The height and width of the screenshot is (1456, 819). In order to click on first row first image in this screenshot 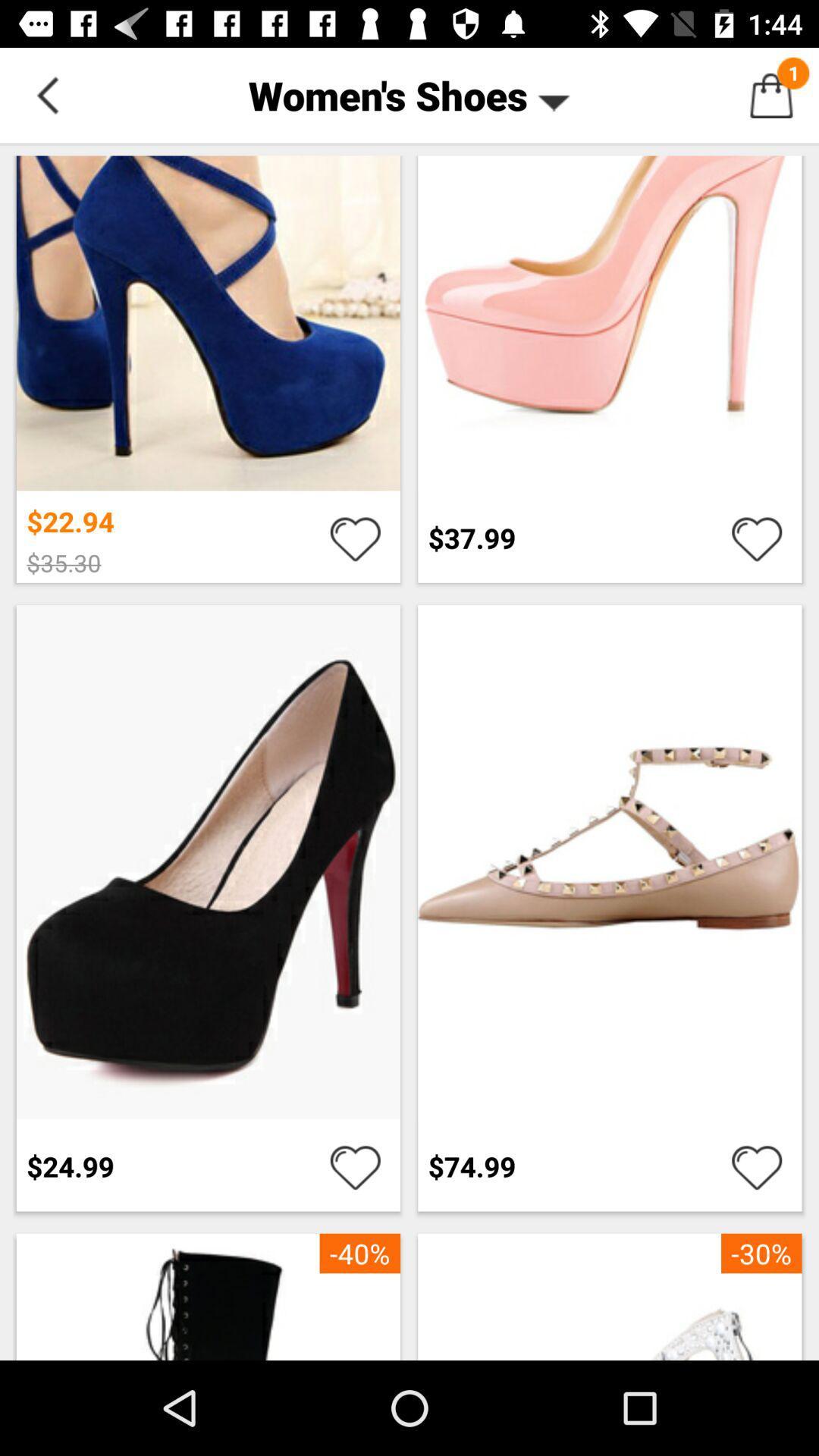, I will do `click(208, 317)`.